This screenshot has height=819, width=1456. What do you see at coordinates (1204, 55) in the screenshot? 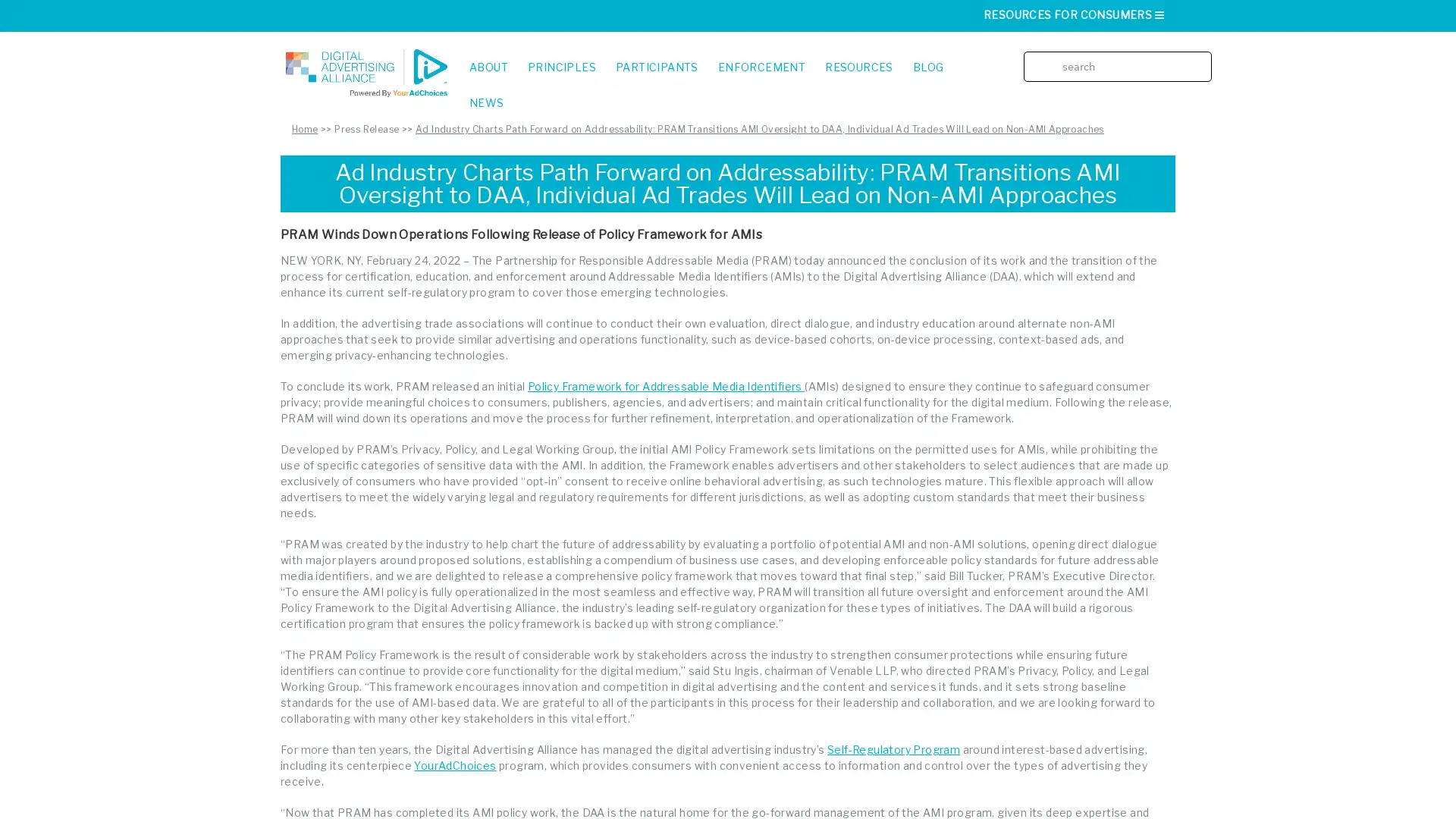
I see `Search` at bounding box center [1204, 55].